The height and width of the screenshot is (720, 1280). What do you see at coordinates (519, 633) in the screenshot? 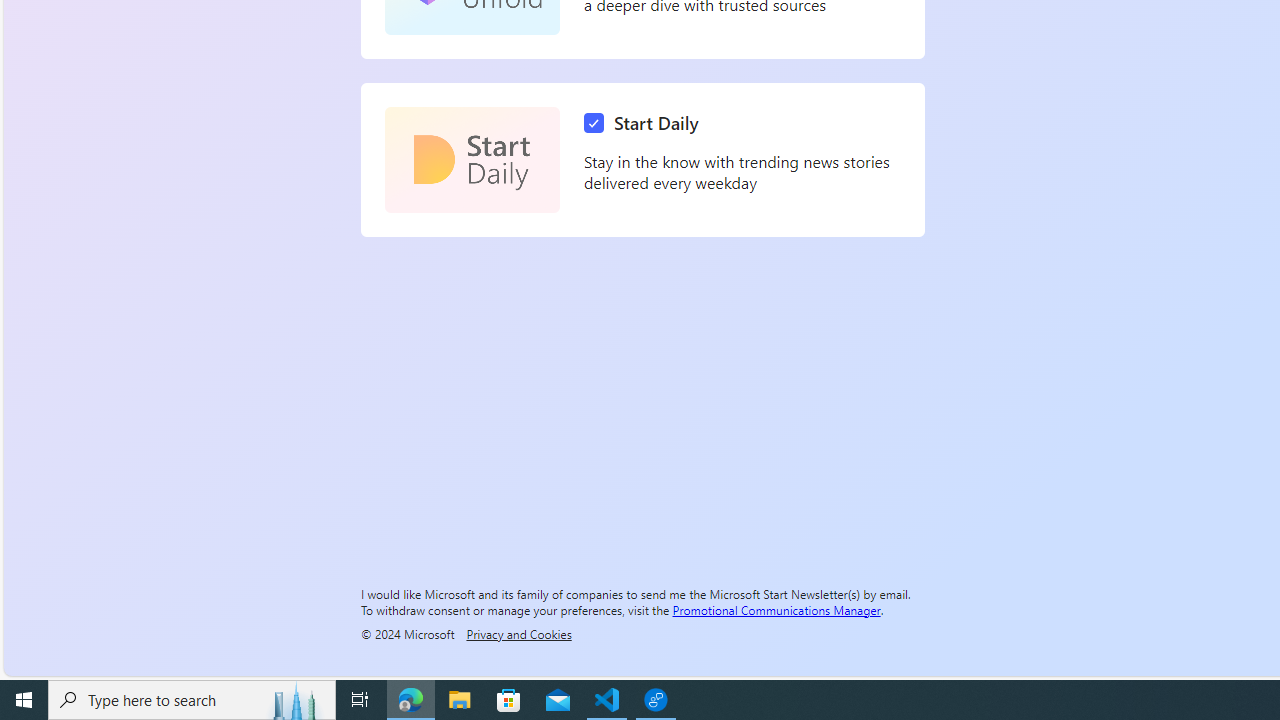
I see `'Privacy and Cookies'` at bounding box center [519, 633].